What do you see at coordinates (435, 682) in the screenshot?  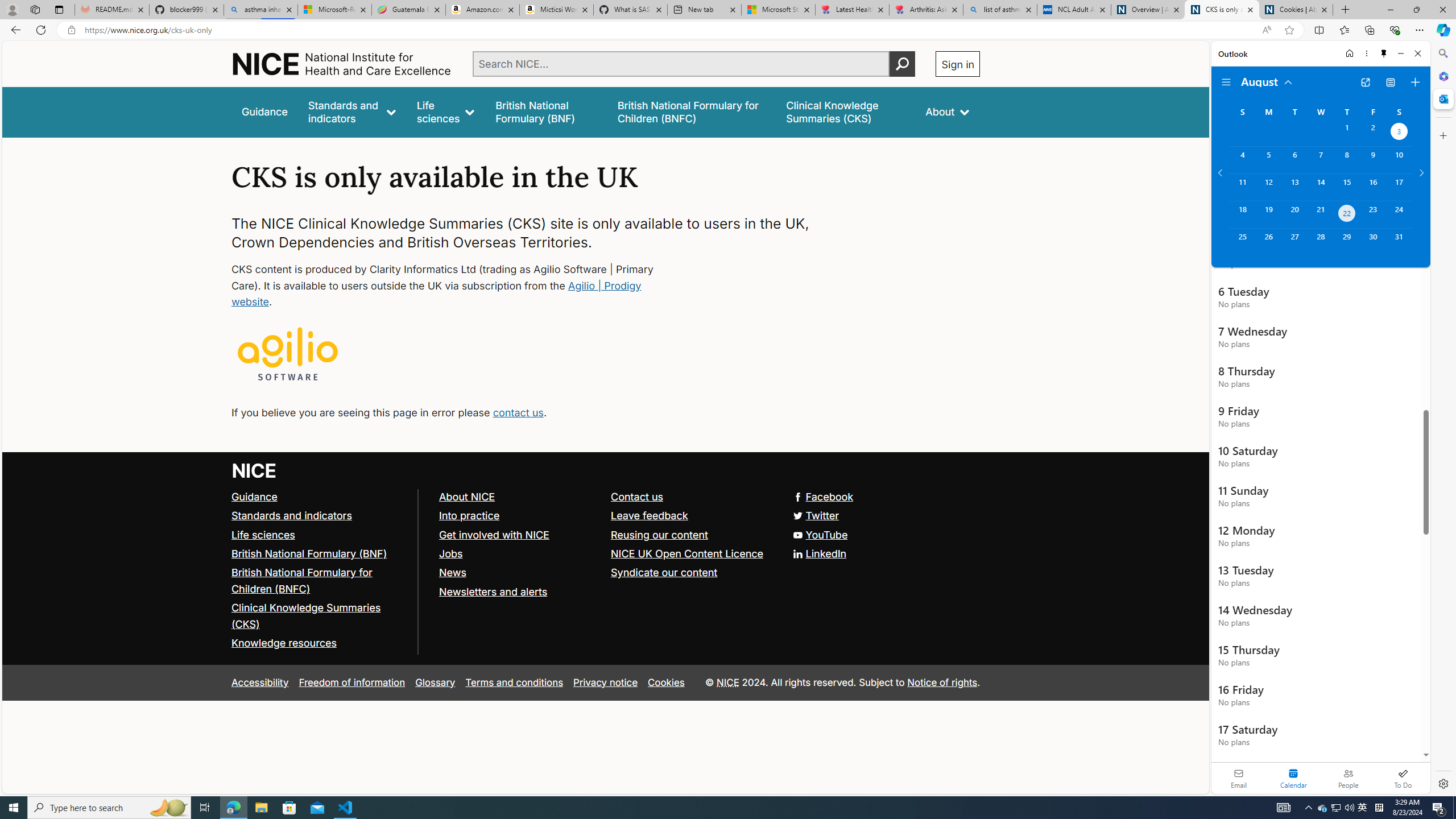 I see `'Glossary'` at bounding box center [435, 682].